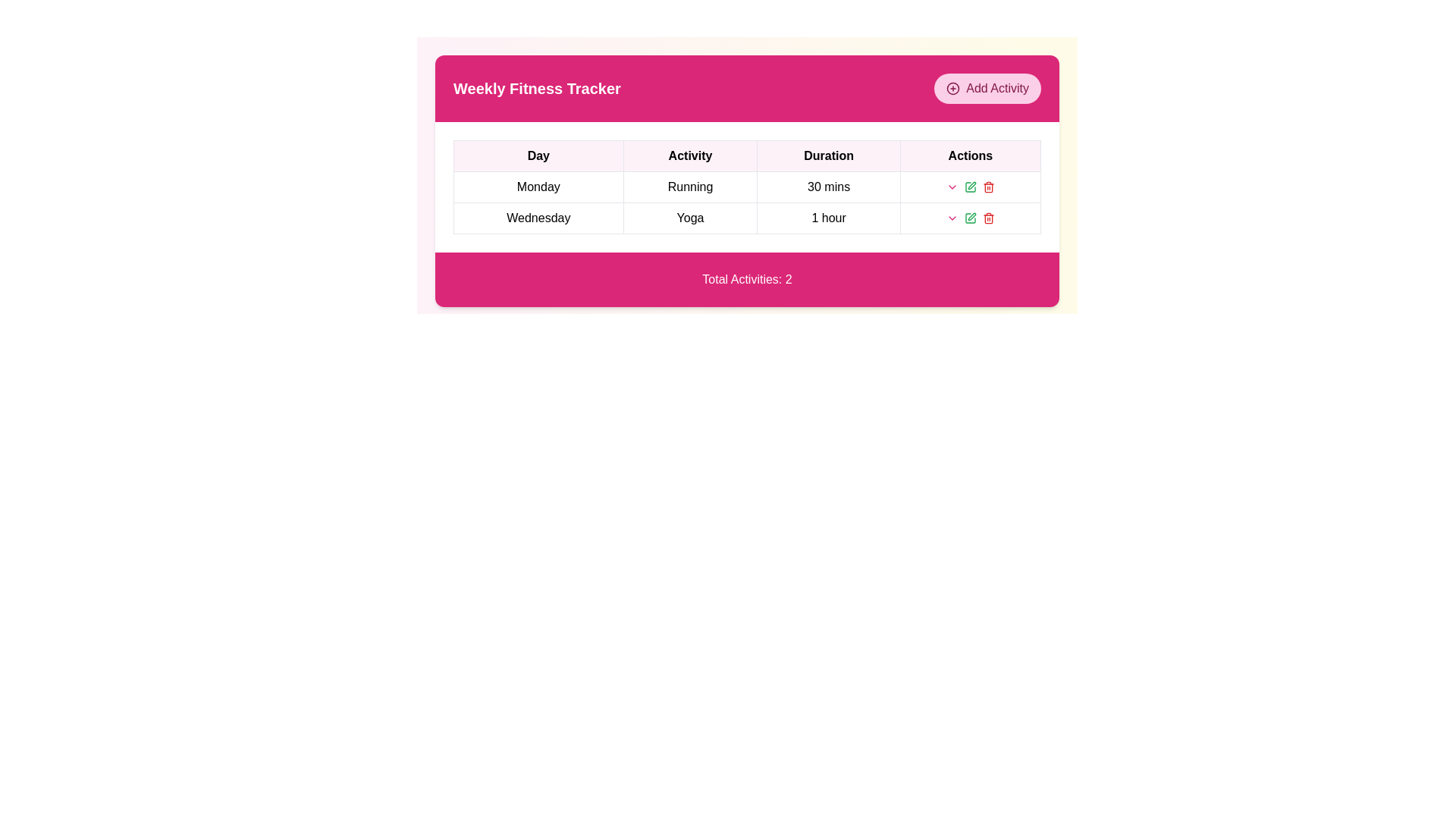 The image size is (1456, 819). Describe the element at coordinates (537, 88) in the screenshot. I see `the bold header text 'Weekly Fitness Tracker' located in the upper-left region of the pink banner section` at that location.